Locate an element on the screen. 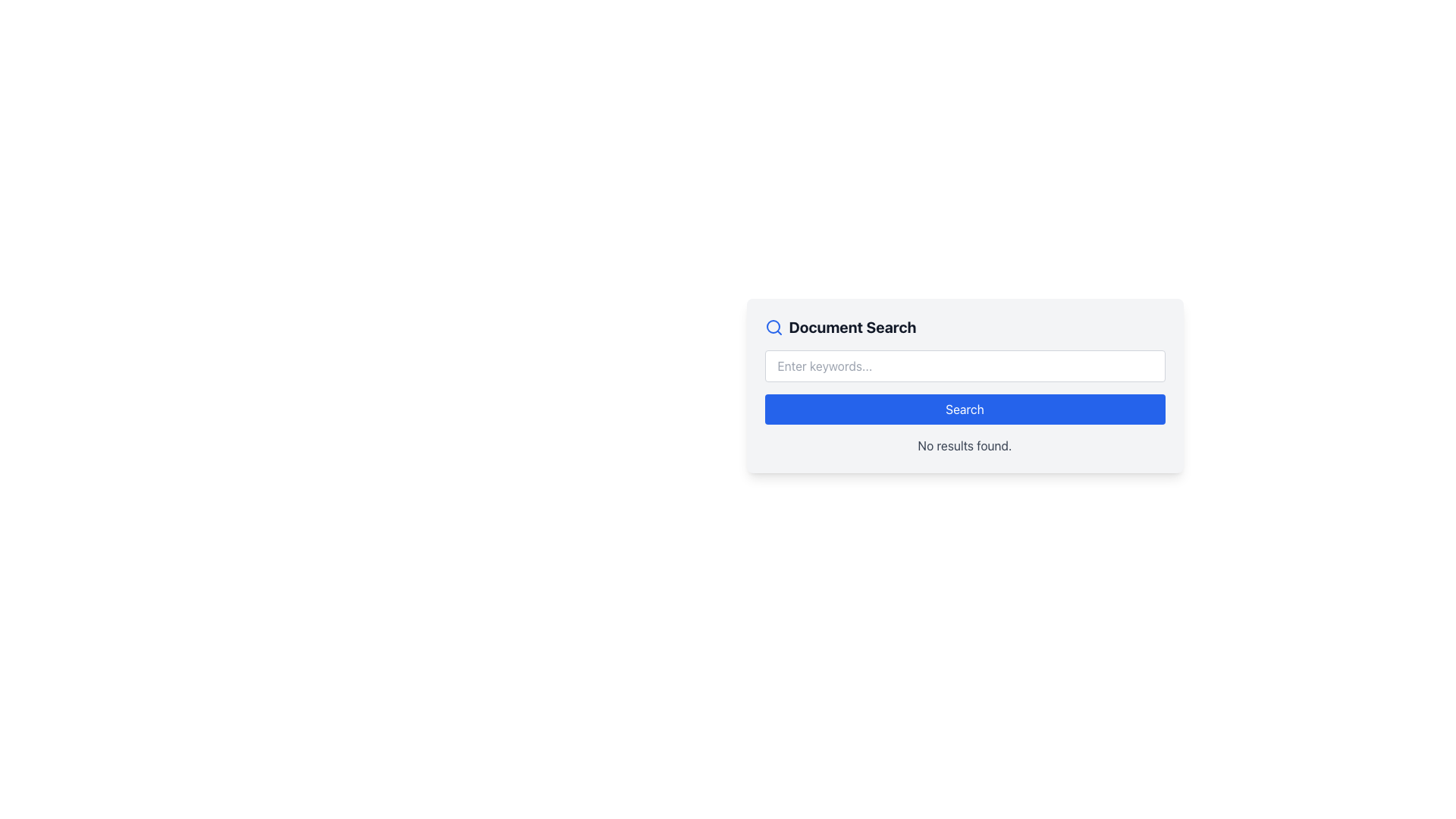 The height and width of the screenshot is (819, 1456). the Text Label that serves as a title for the document search feature, located near the top-left section of the search panel, to the right of the blue magnifying glass icon is located at coordinates (852, 327).